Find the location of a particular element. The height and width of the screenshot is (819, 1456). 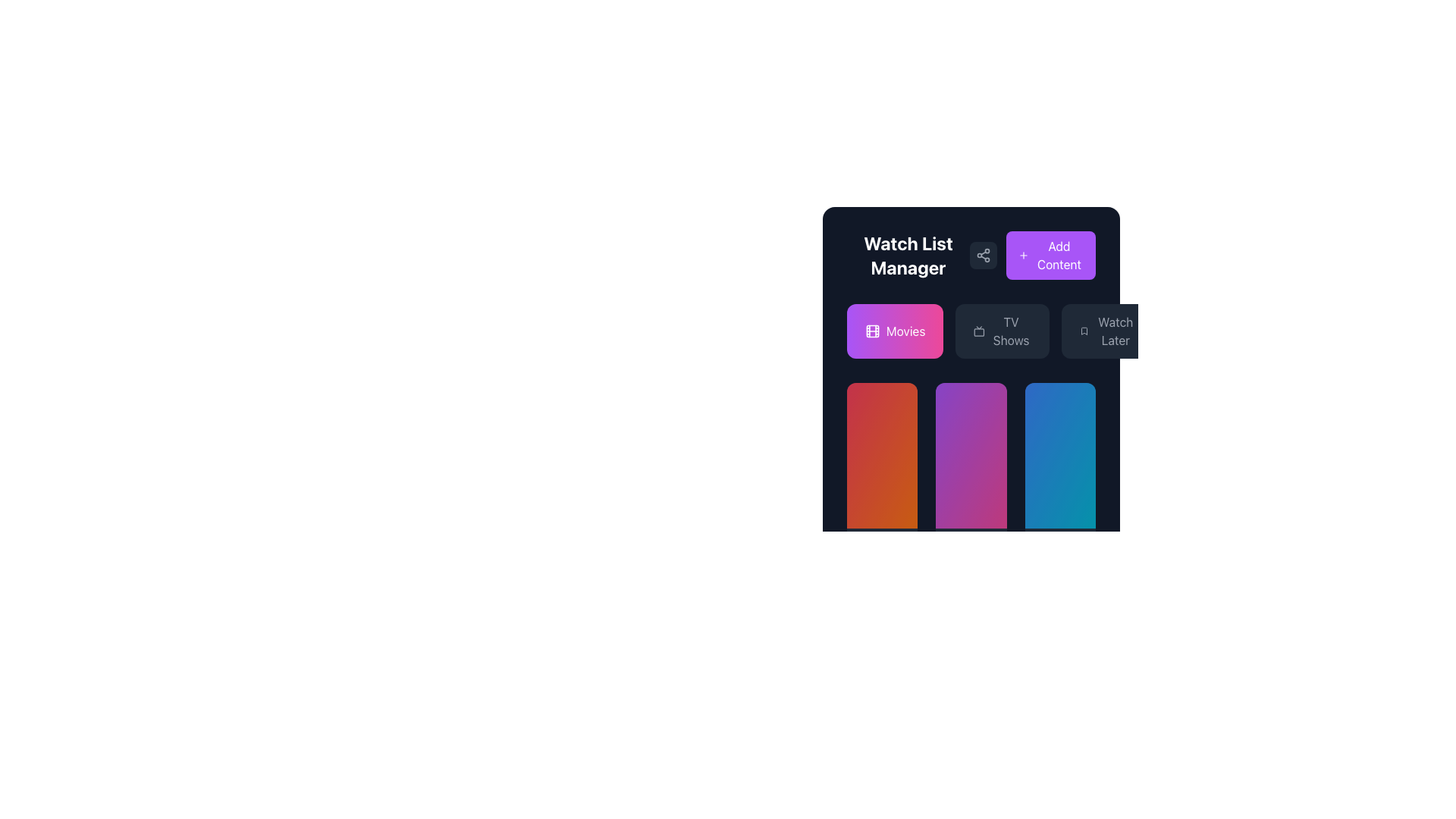

the 'TV Shows' text label, which is part of a button displayed with a light-colored font on a dark background, located in the second position of the navigation buttons is located at coordinates (1011, 330).